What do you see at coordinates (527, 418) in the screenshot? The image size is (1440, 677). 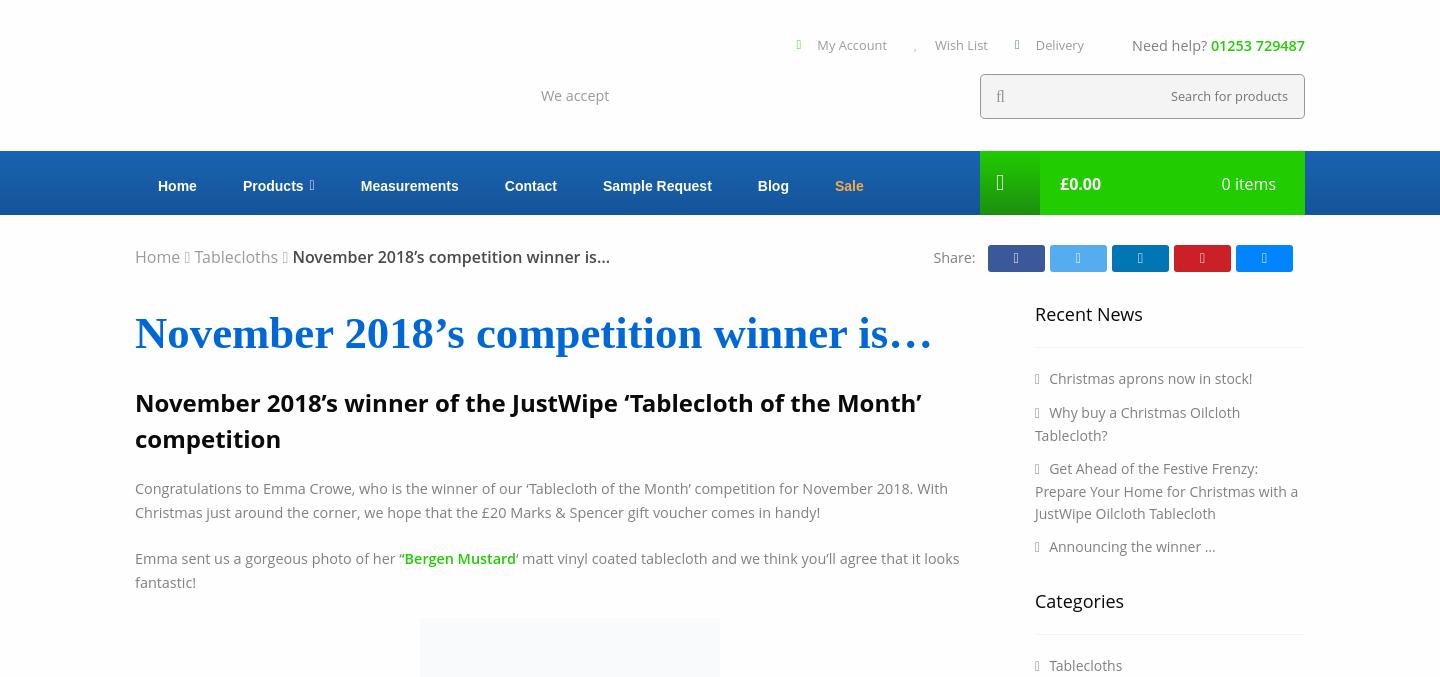 I see `'November 2018’s winner of the JustWipe ‘Tablecloth of the Month’ competition'` at bounding box center [527, 418].